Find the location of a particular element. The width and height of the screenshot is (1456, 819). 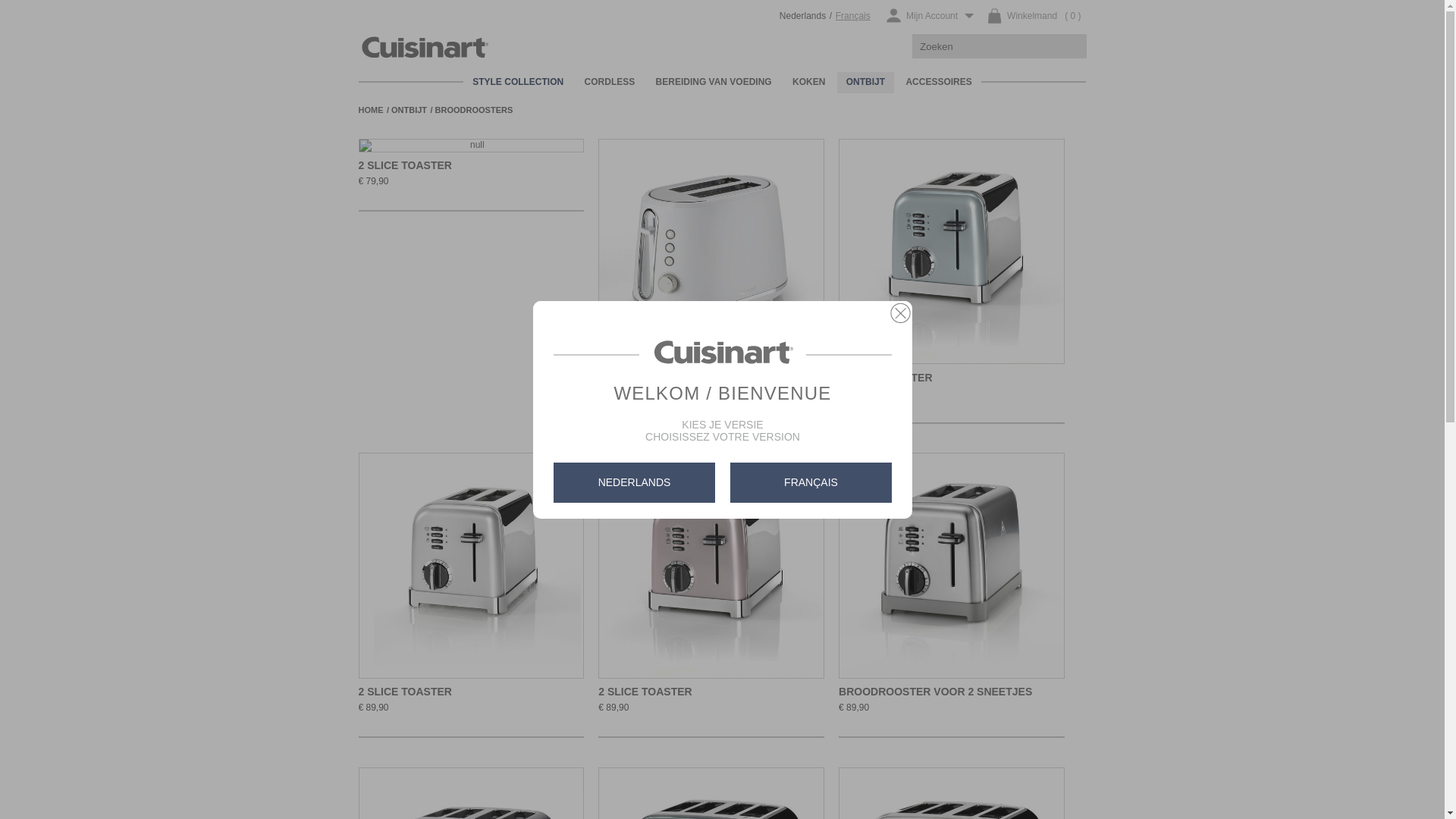

'CORDLESS' is located at coordinates (610, 82).